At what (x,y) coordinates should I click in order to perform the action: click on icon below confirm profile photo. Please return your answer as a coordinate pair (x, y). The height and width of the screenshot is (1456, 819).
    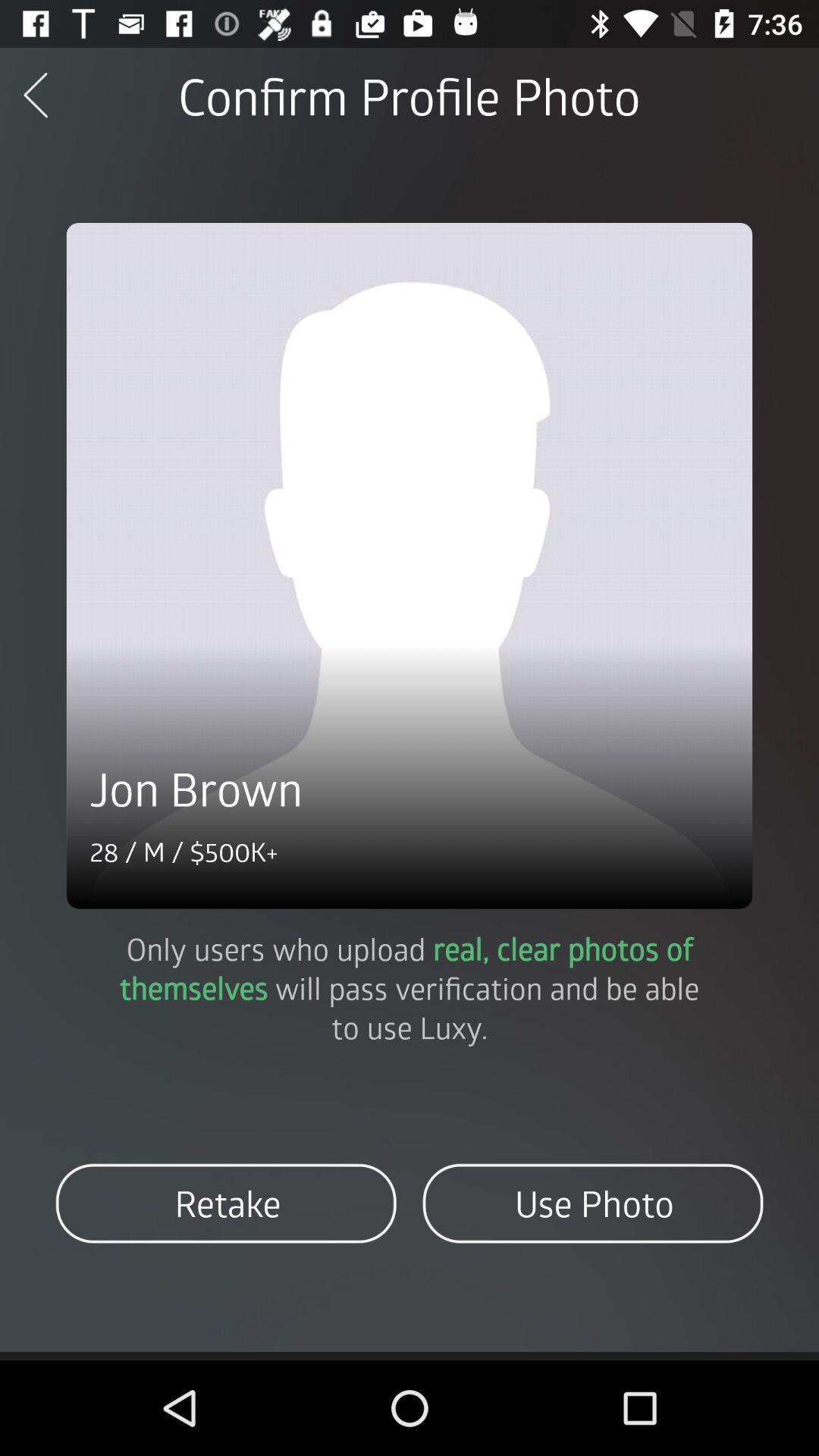
    Looking at the image, I should click on (409, 565).